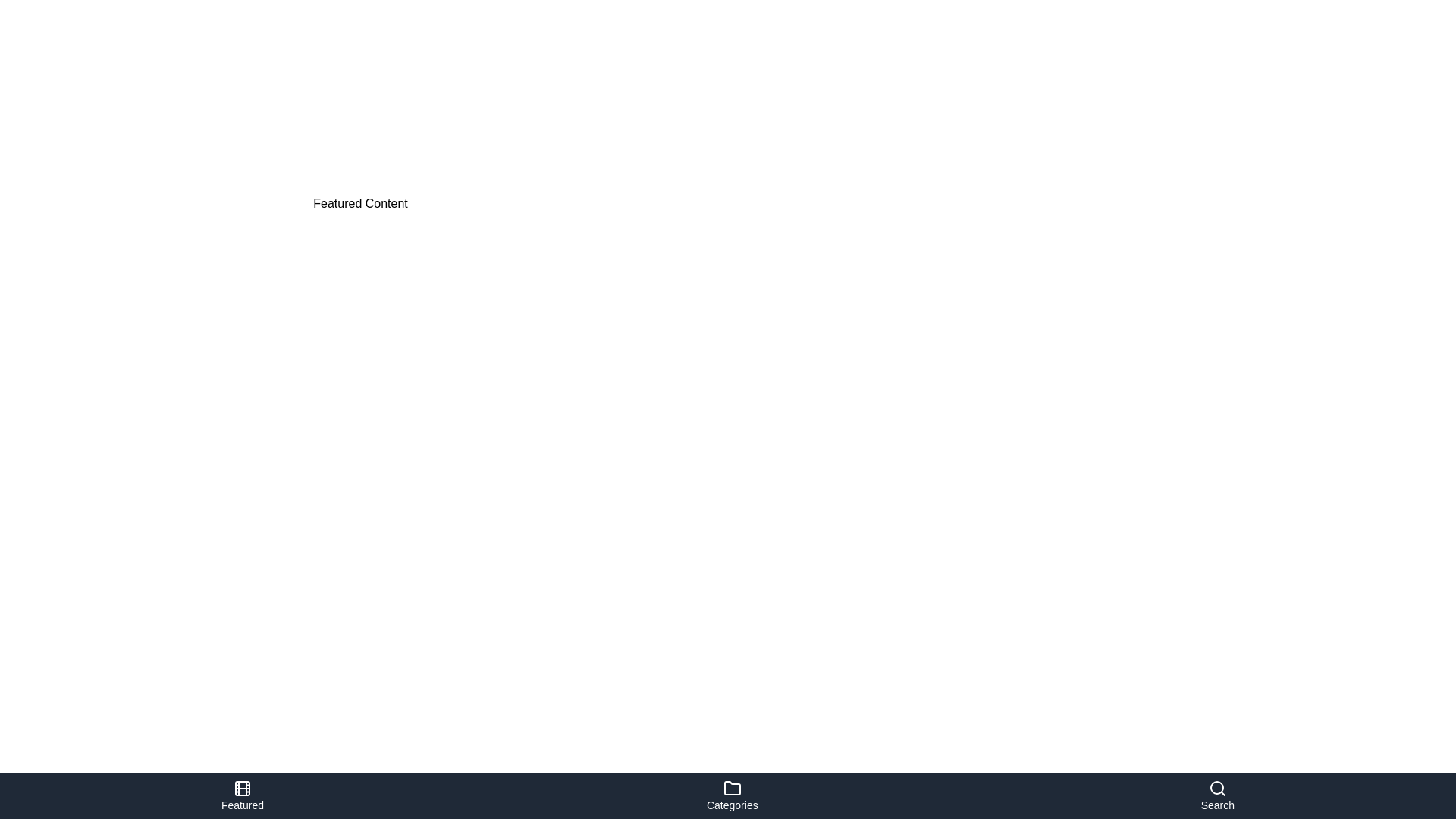 The width and height of the screenshot is (1456, 819). What do you see at coordinates (1216, 786) in the screenshot?
I see `the SVG circle shape representing the lens of the magnifying glass in the search icon located at the extreme right of the bottom navigation bar` at bounding box center [1216, 786].